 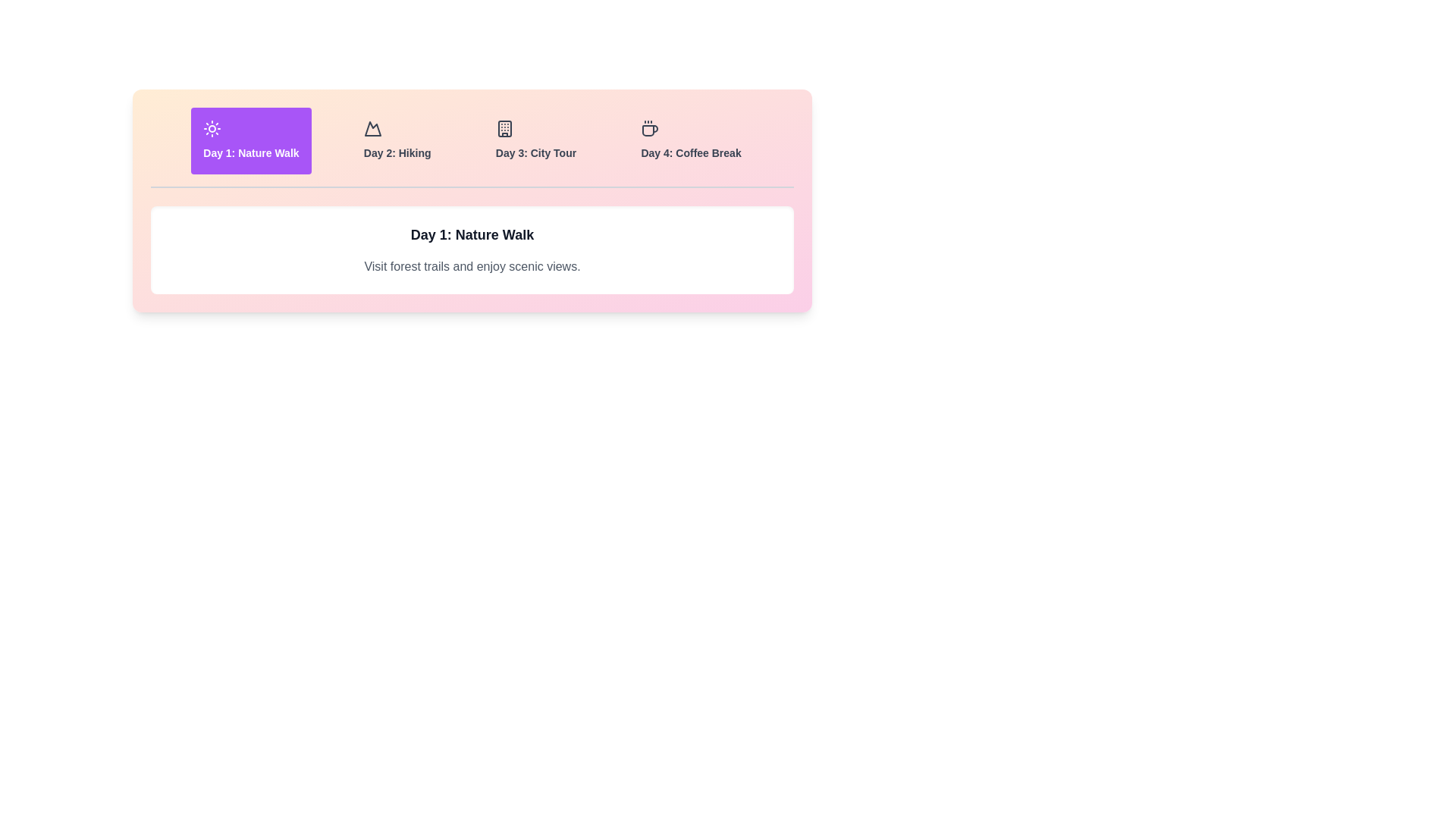 I want to click on the tab corresponding to Day 3: City Tour, so click(x=535, y=140).